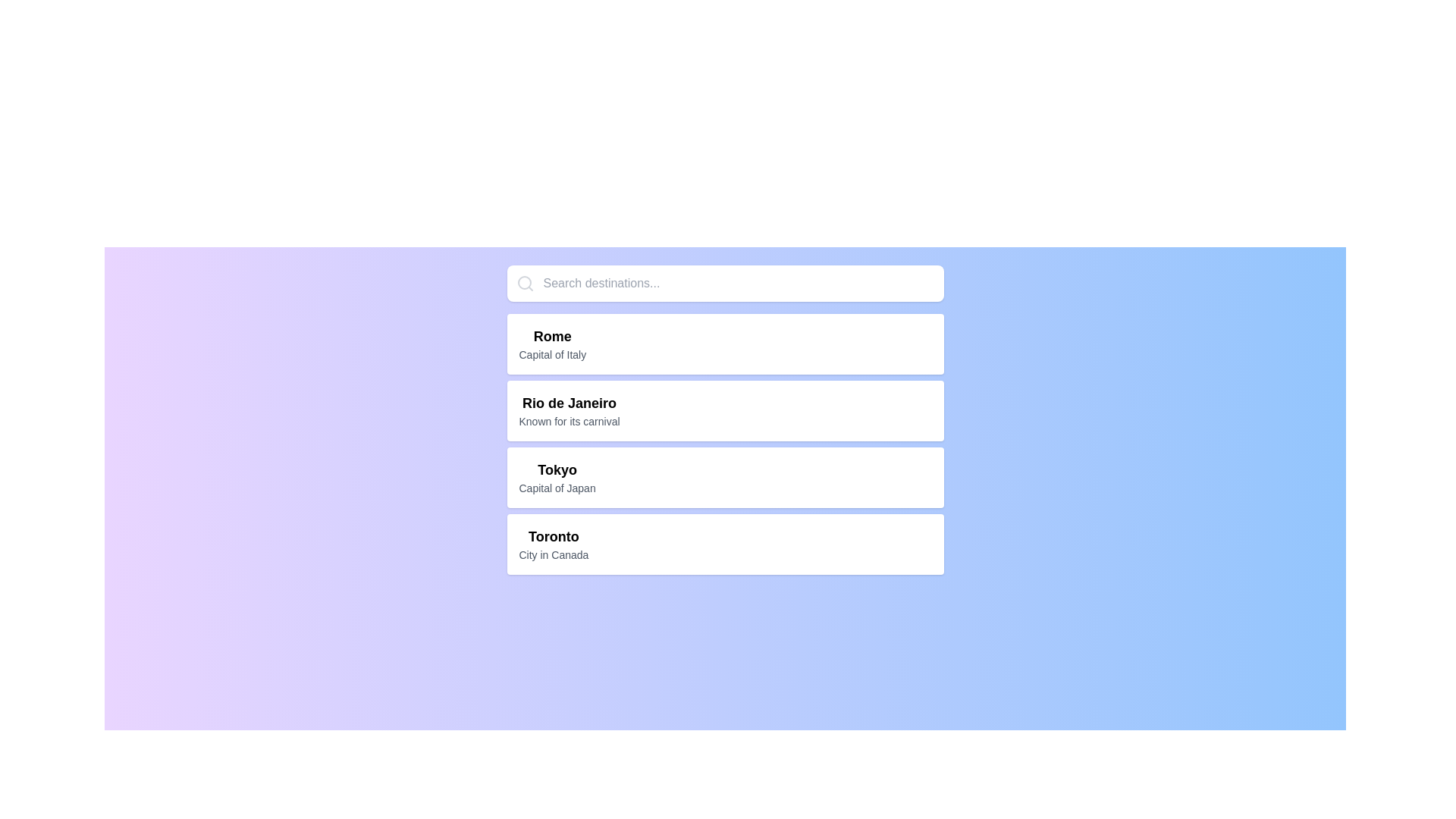 Image resolution: width=1456 pixels, height=819 pixels. What do you see at coordinates (569, 411) in the screenshot?
I see `the second list item containing the bolded text 'Rio de Janeiro' for additional context` at bounding box center [569, 411].